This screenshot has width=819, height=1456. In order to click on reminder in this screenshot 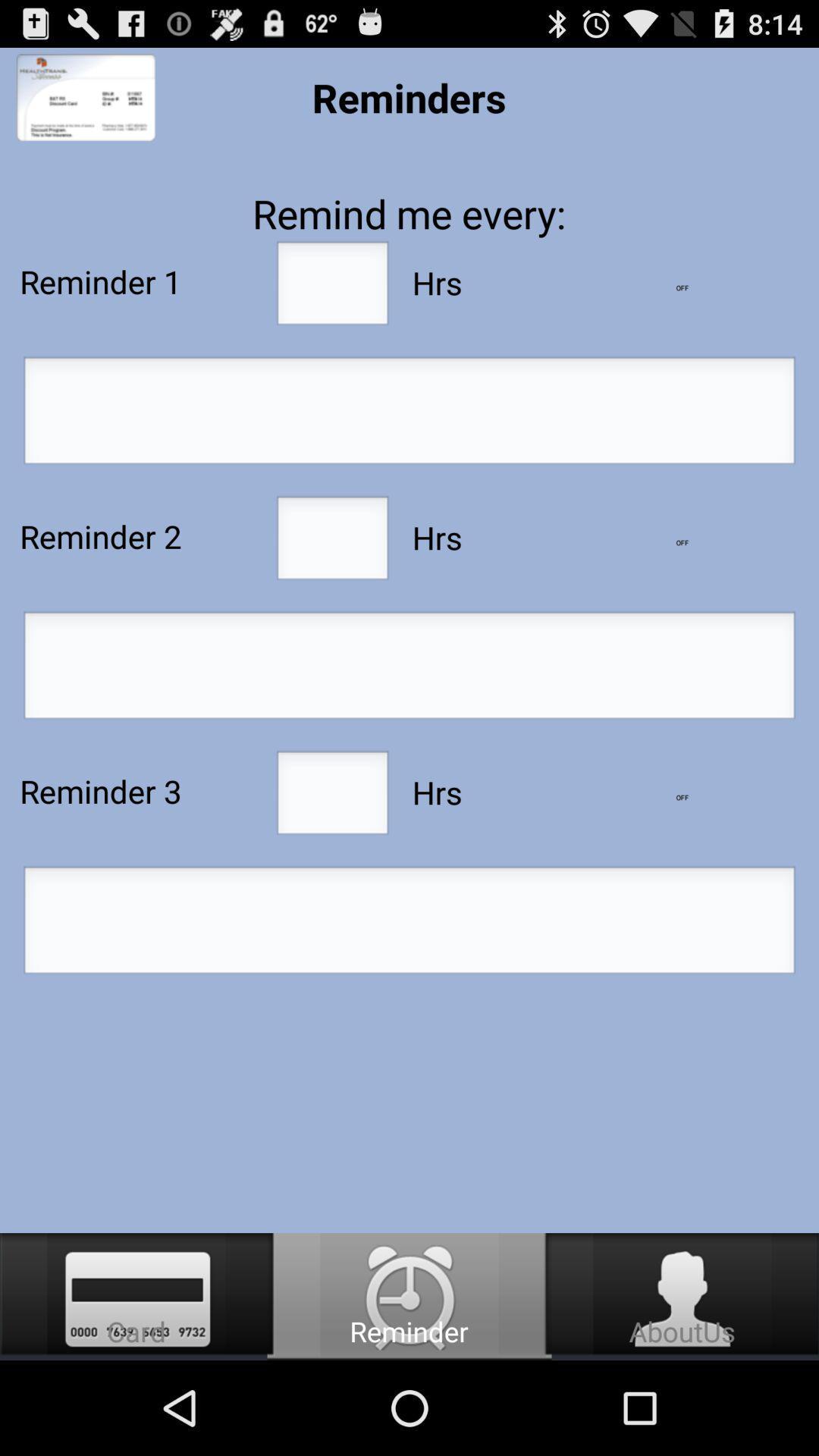, I will do `click(409, 669)`.